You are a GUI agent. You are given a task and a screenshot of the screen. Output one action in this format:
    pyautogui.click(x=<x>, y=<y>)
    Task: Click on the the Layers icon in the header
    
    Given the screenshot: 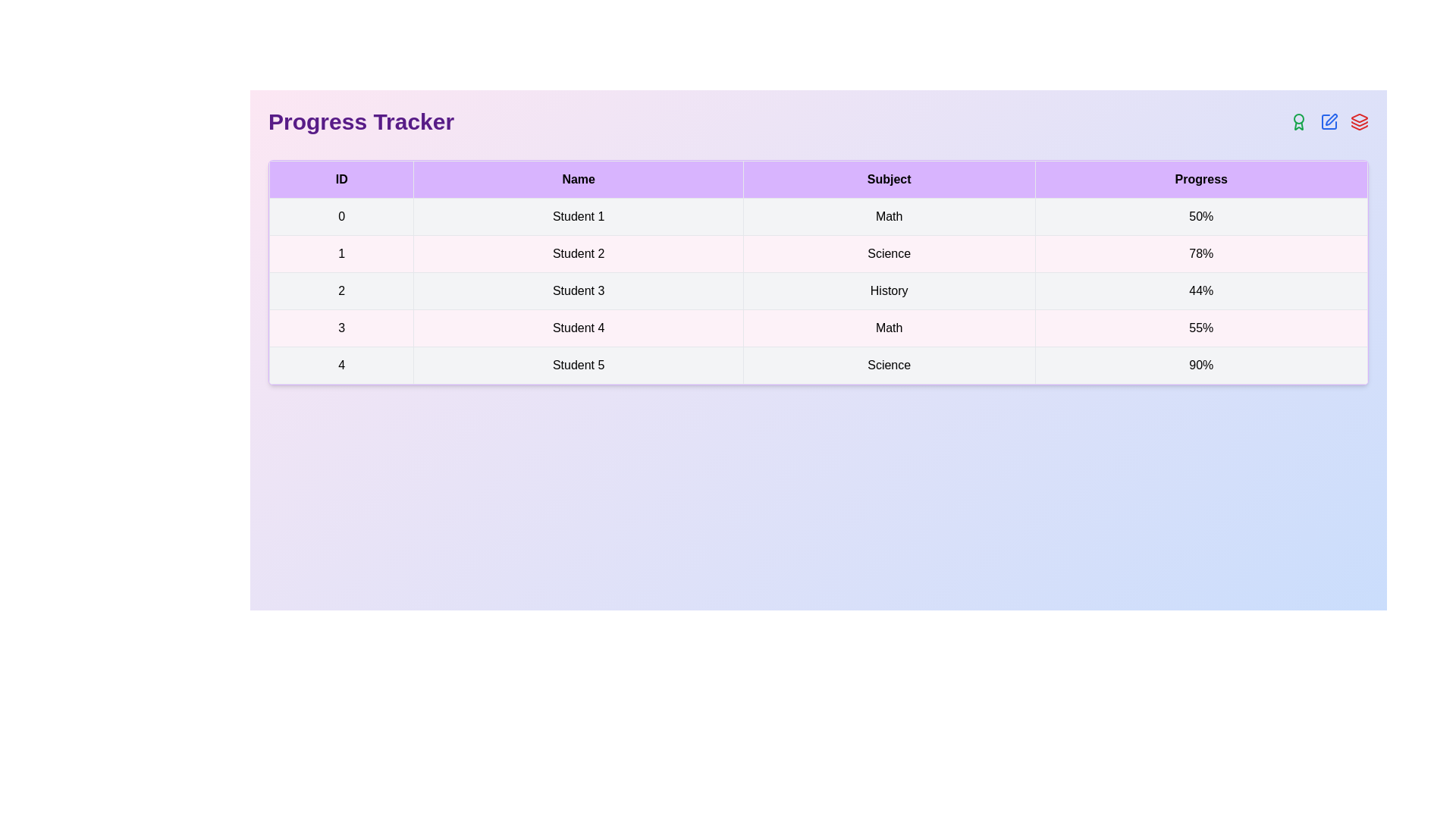 What is the action you would take?
    pyautogui.click(x=1360, y=121)
    